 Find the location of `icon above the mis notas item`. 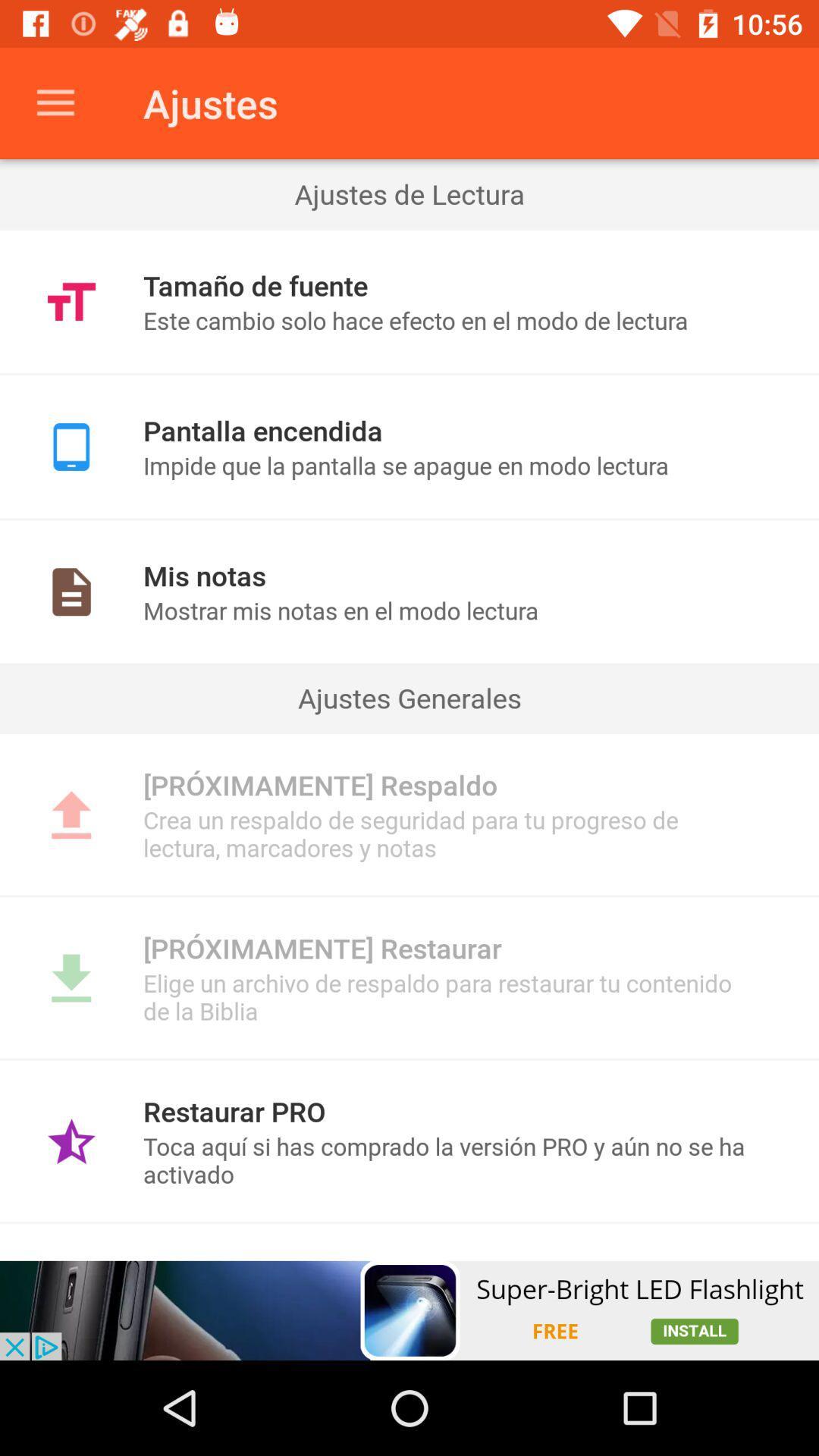

icon above the mis notas item is located at coordinates (409, 519).